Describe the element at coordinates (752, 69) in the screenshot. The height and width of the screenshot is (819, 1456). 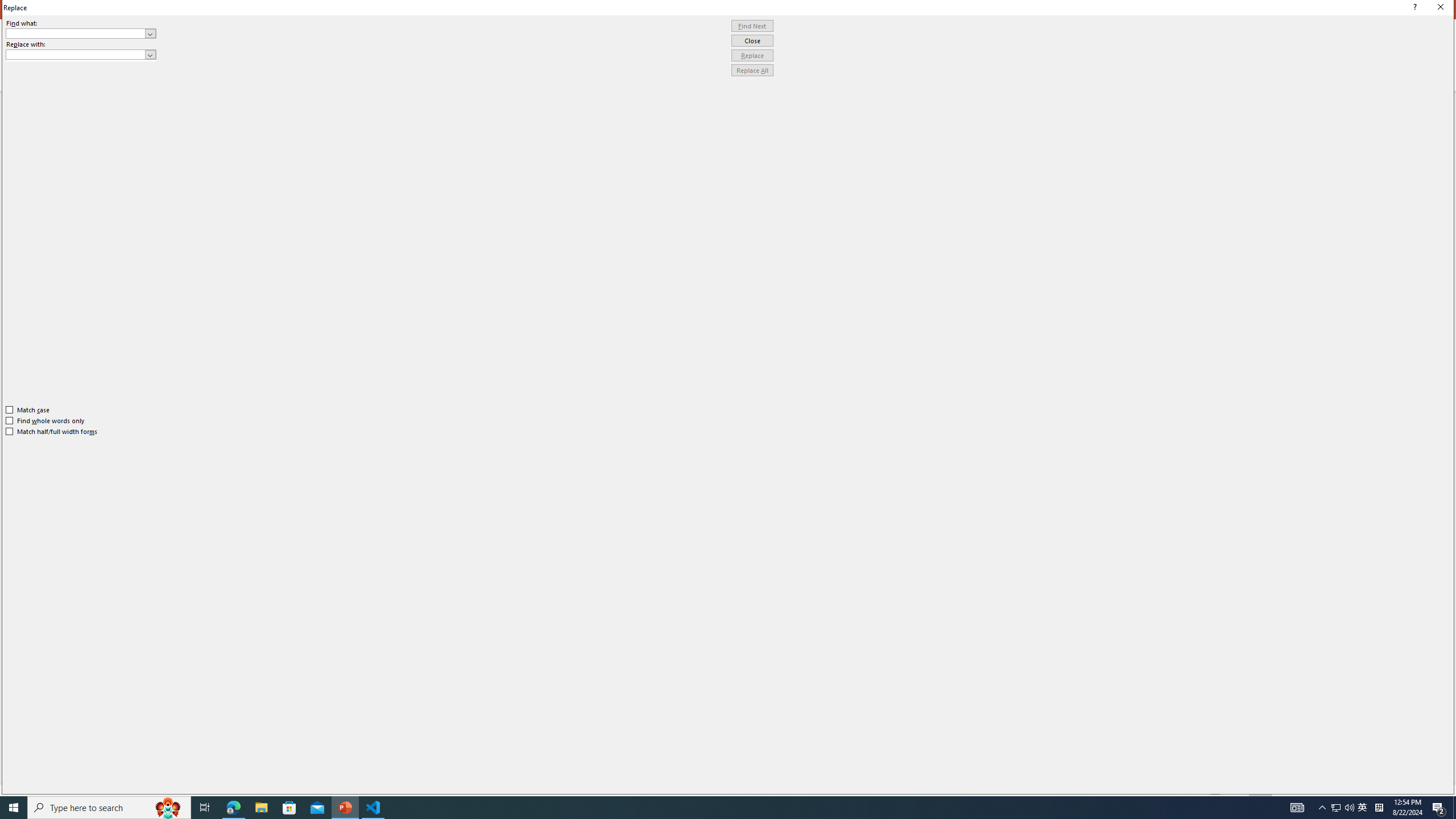
I see `'Replace All'` at that location.